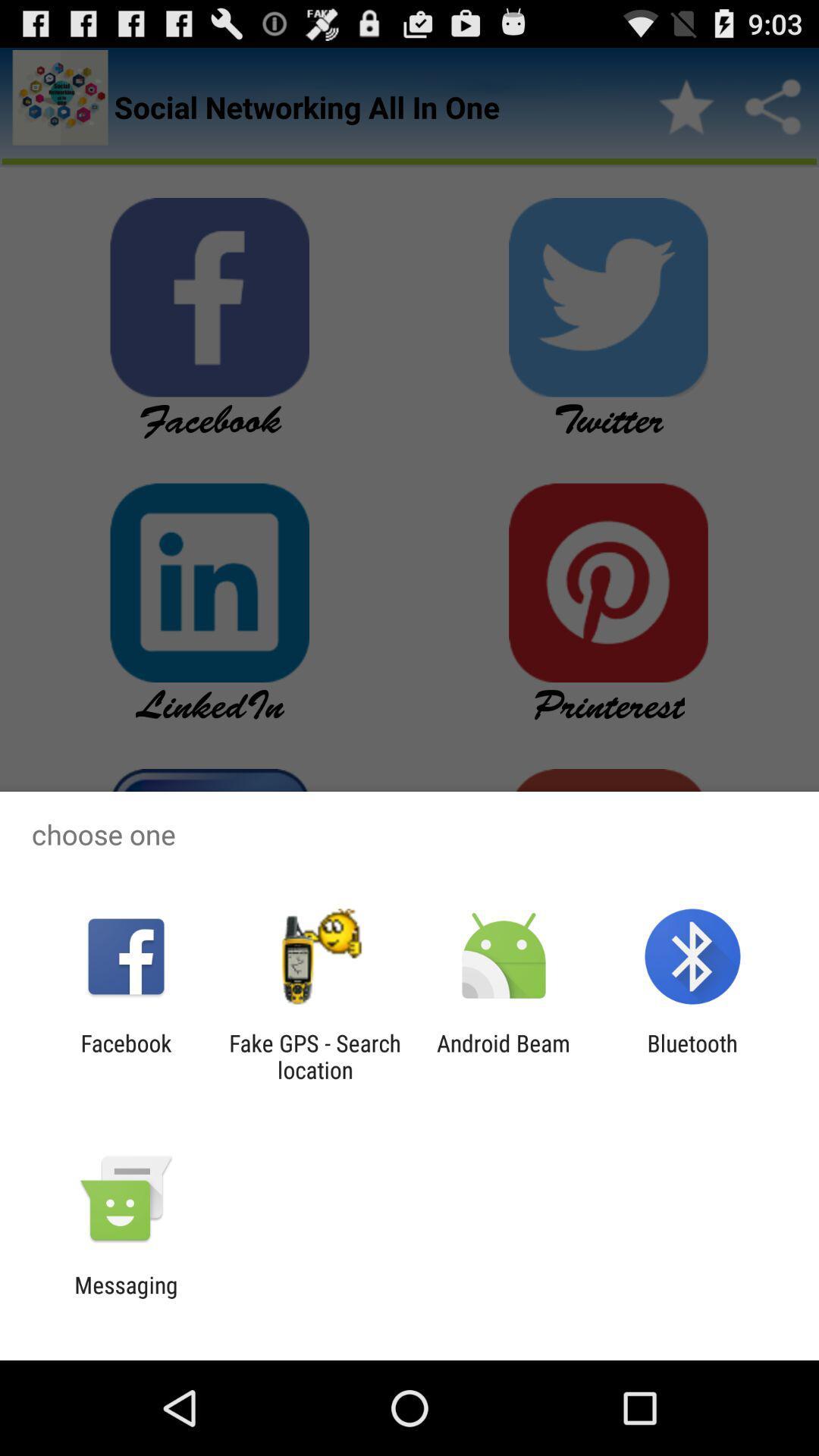 This screenshot has width=819, height=1456. What do you see at coordinates (692, 1056) in the screenshot?
I see `app at the bottom right corner` at bounding box center [692, 1056].